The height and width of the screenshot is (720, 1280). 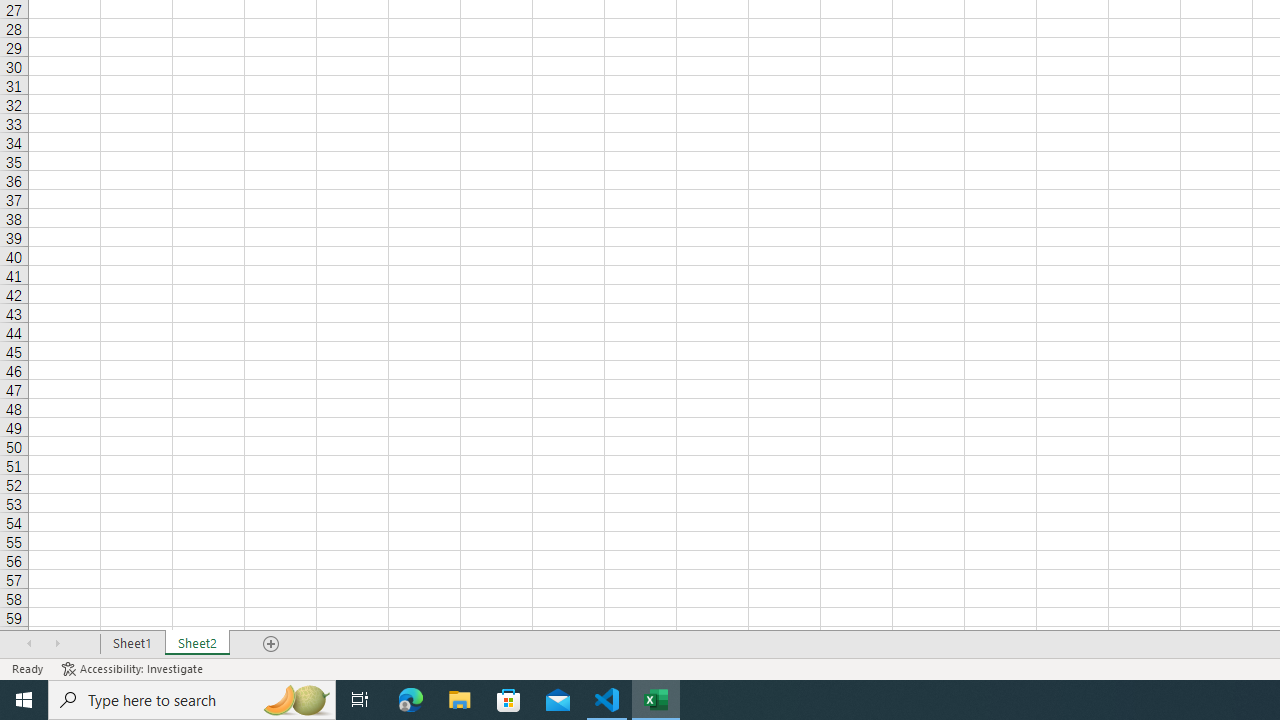 What do you see at coordinates (294, 698) in the screenshot?
I see `'Search highlights icon opens search home window'` at bounding box center [294, 698].